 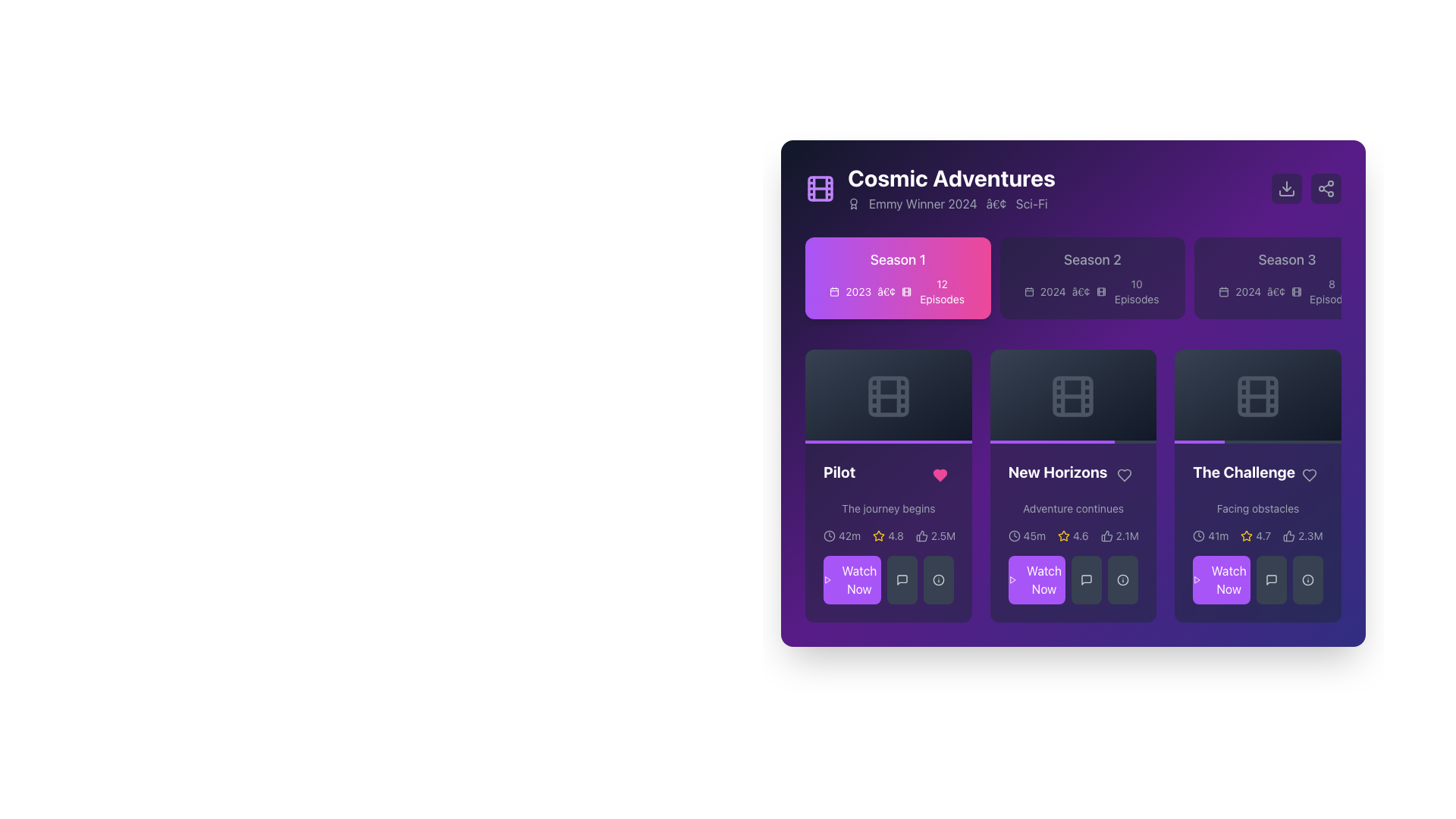 What do you see at coordinates (1310, 535) in the screenshot?
I see `the text label indicating the number of likes located at the bottom portion of 'The Challenge' card, next to the thumbs-up icon` at bounding box center [1310, 535].